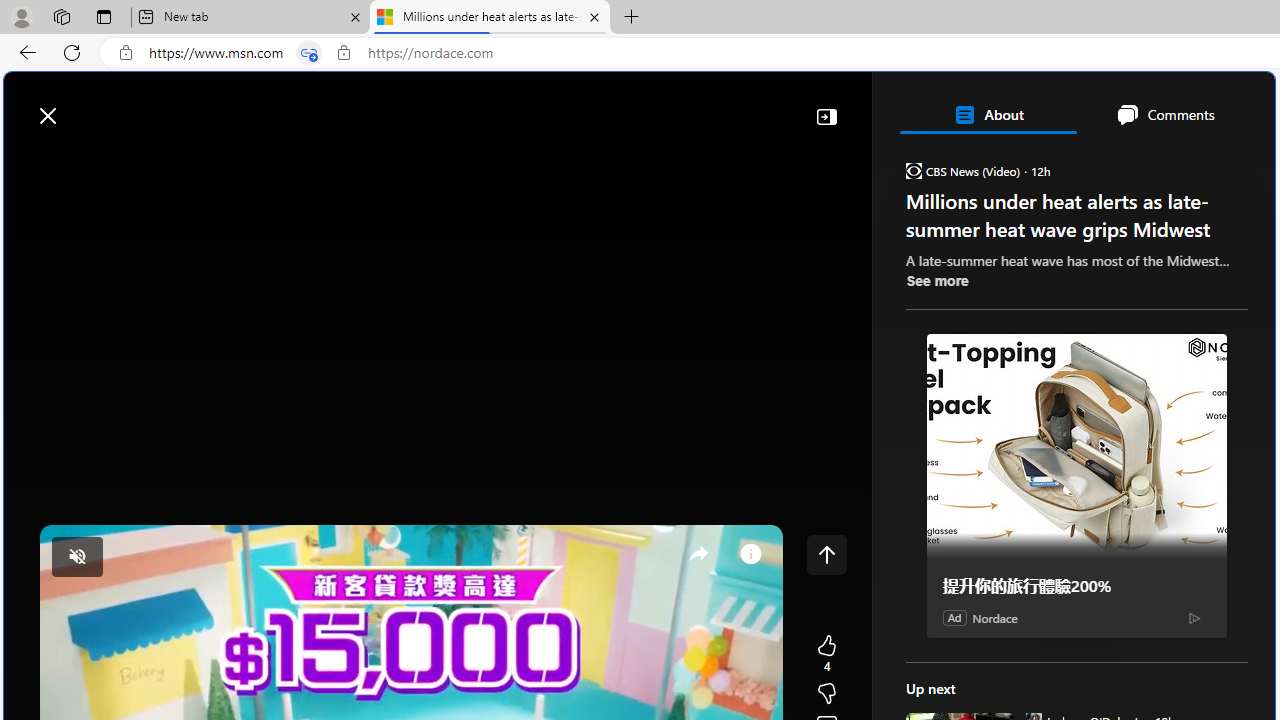 This screenshot has height=720, width=1280. I want to click on 'Open settings', so click(1229, 105).